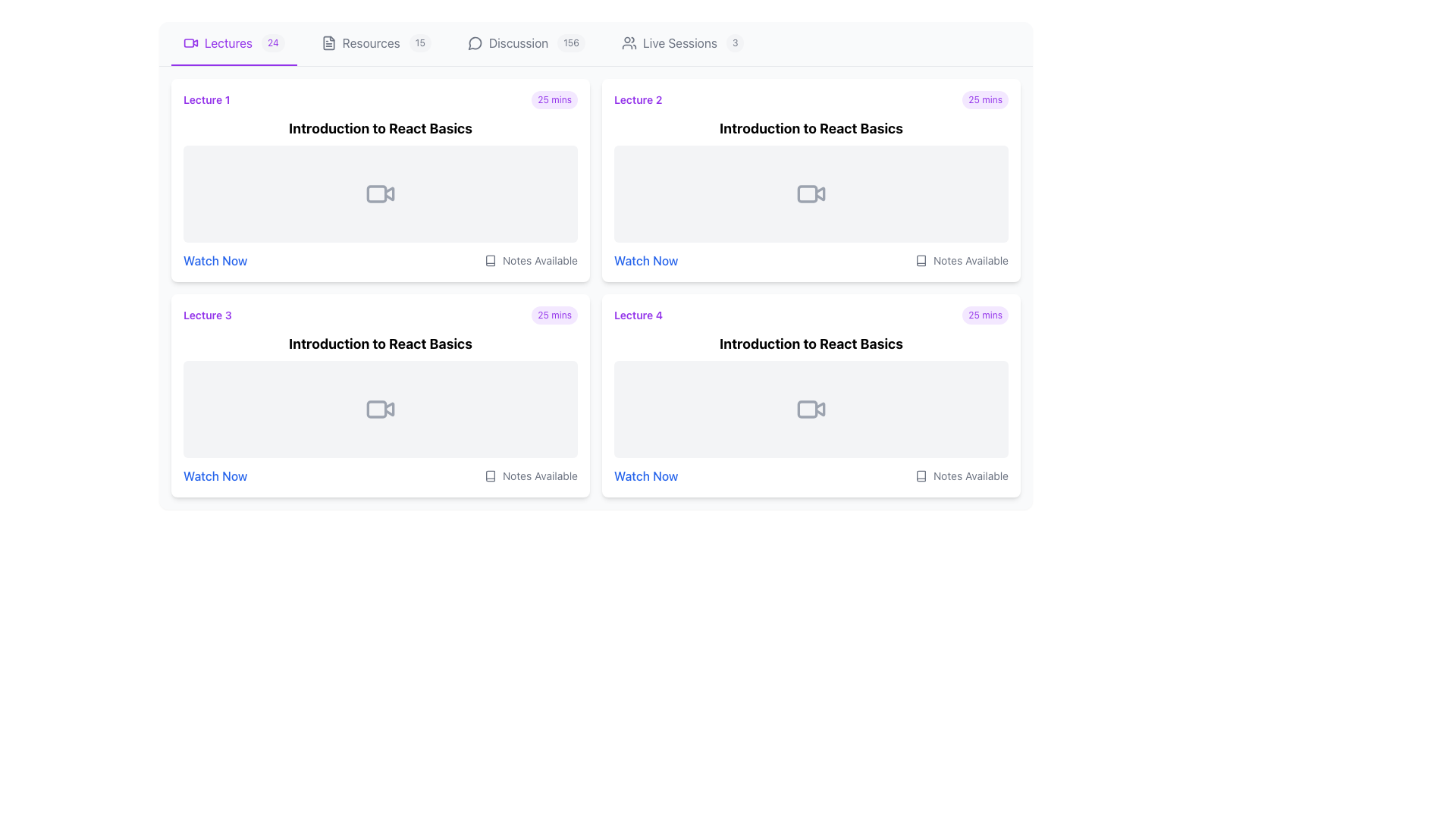 The image size is (1456, 819). Describe the element at coordinates (190, 42) in the screenshot. I see `the video camera icon located on the left side of the 'Lectures' tab in the navigation bar, which is styled to appear minimalistic and modern` at that location.